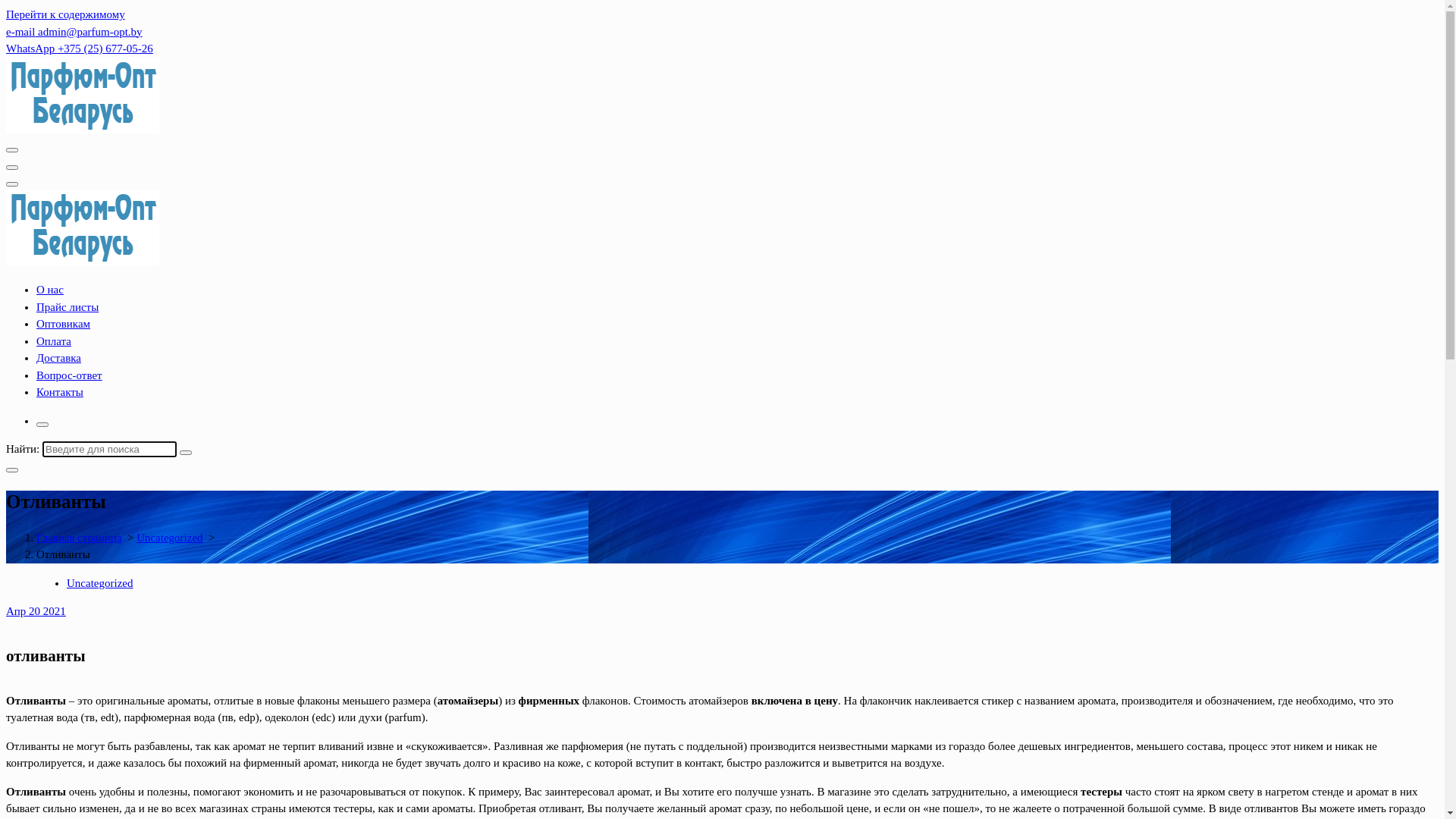 This screenshot has width=1456, height=819. What do you see at coordinates (79, 48) in the screenshot?
I see `'WhatsApp +375 (25) 677-05-26'` at bounding box center [79, 48].